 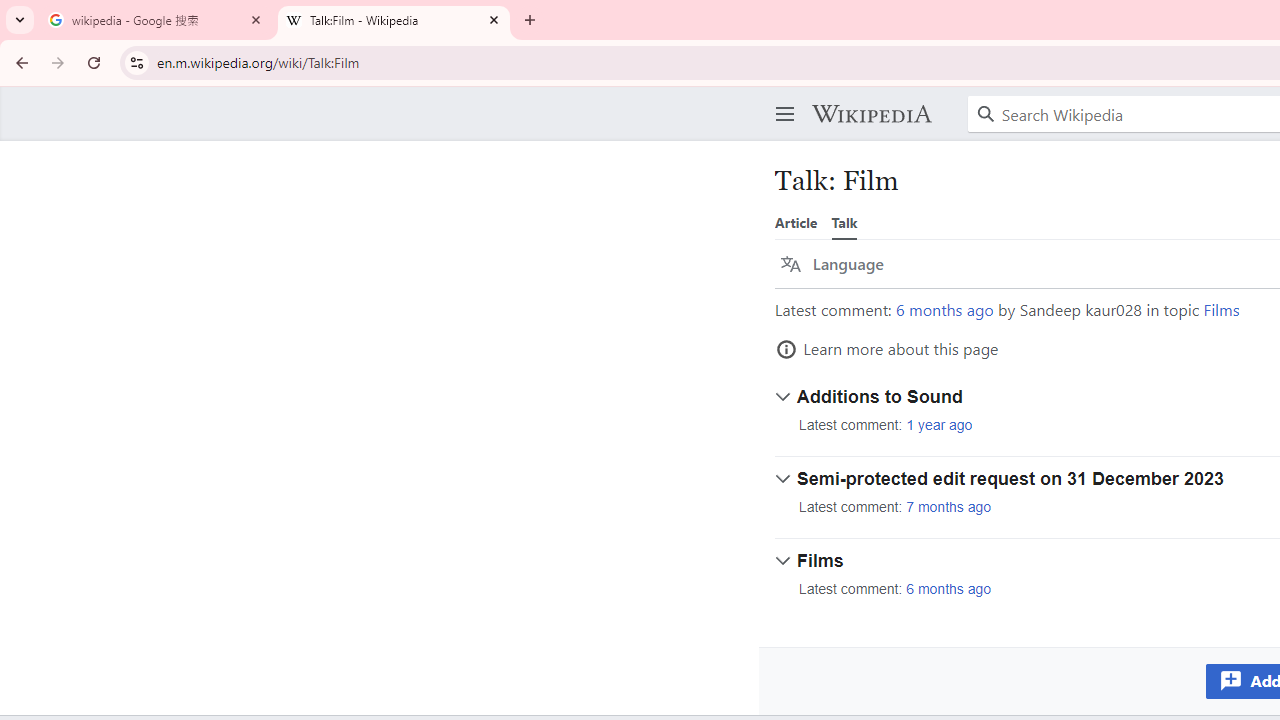 What do you see at coordinates (938, 424) in the screenshot?
I see `'1 year ago'` at bounding box center [938, 424].